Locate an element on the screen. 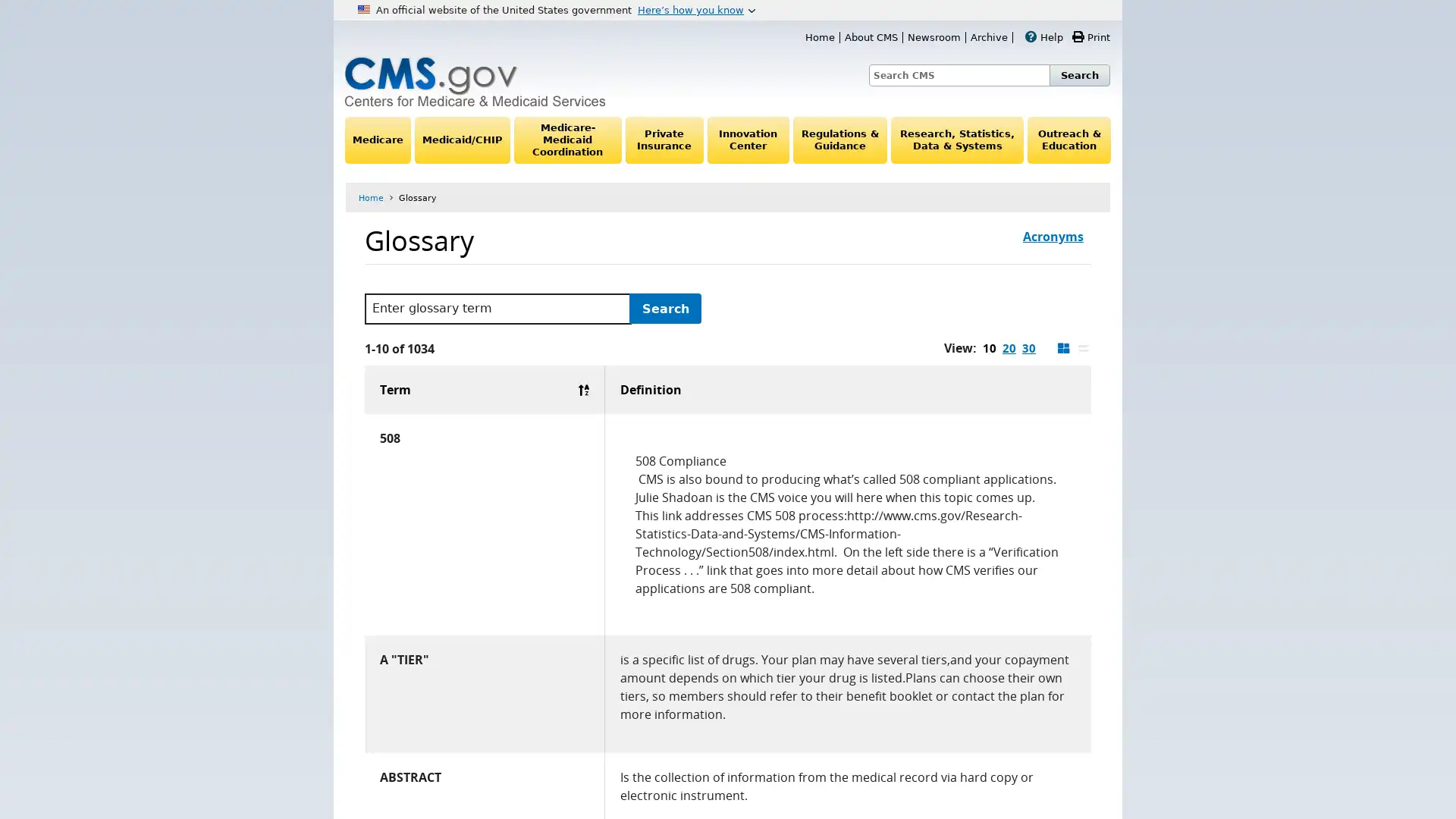 The image size is (1456, 819). Search is located at coordinates (1079, 75).